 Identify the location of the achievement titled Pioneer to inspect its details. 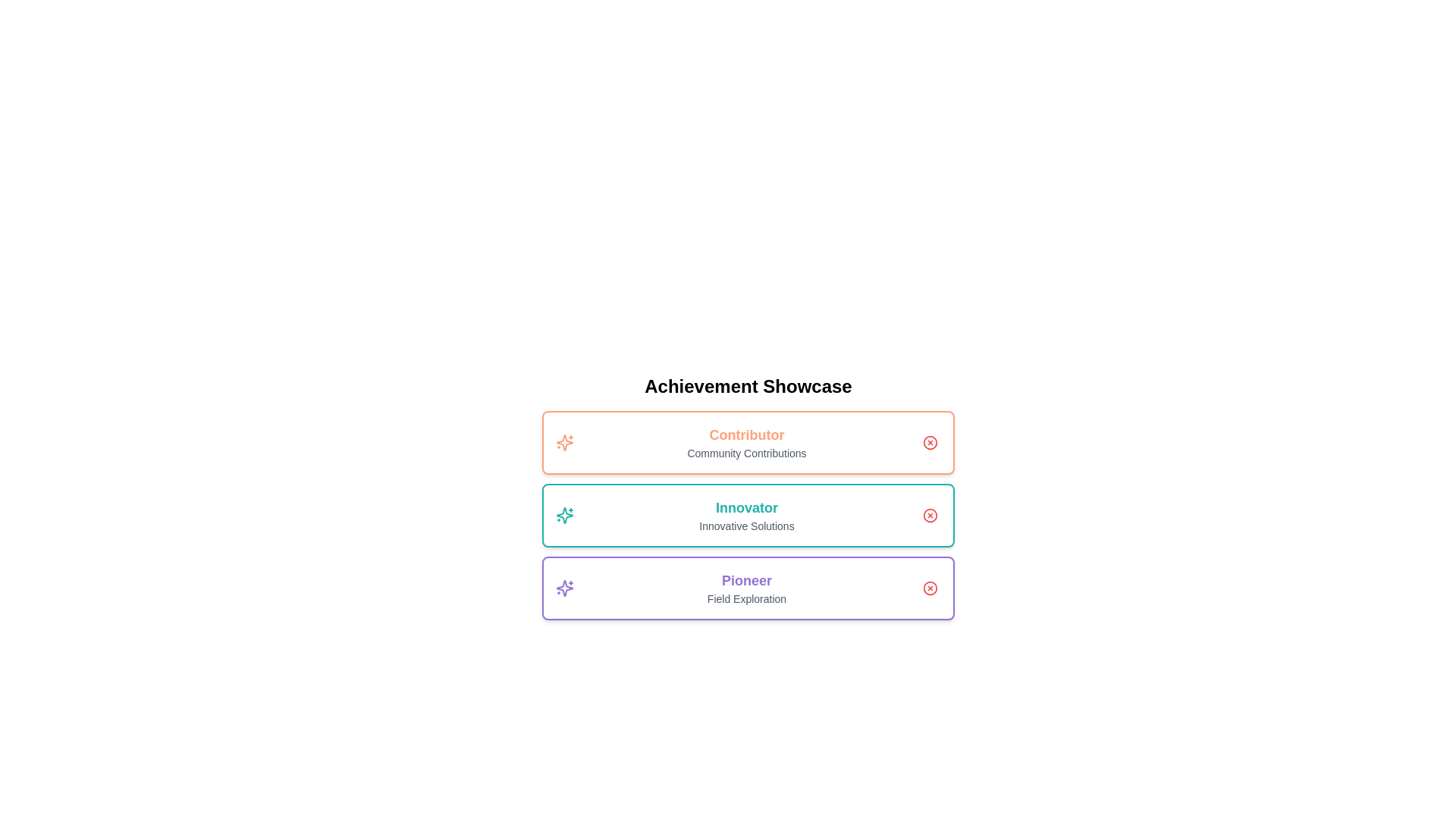
(748, 587).